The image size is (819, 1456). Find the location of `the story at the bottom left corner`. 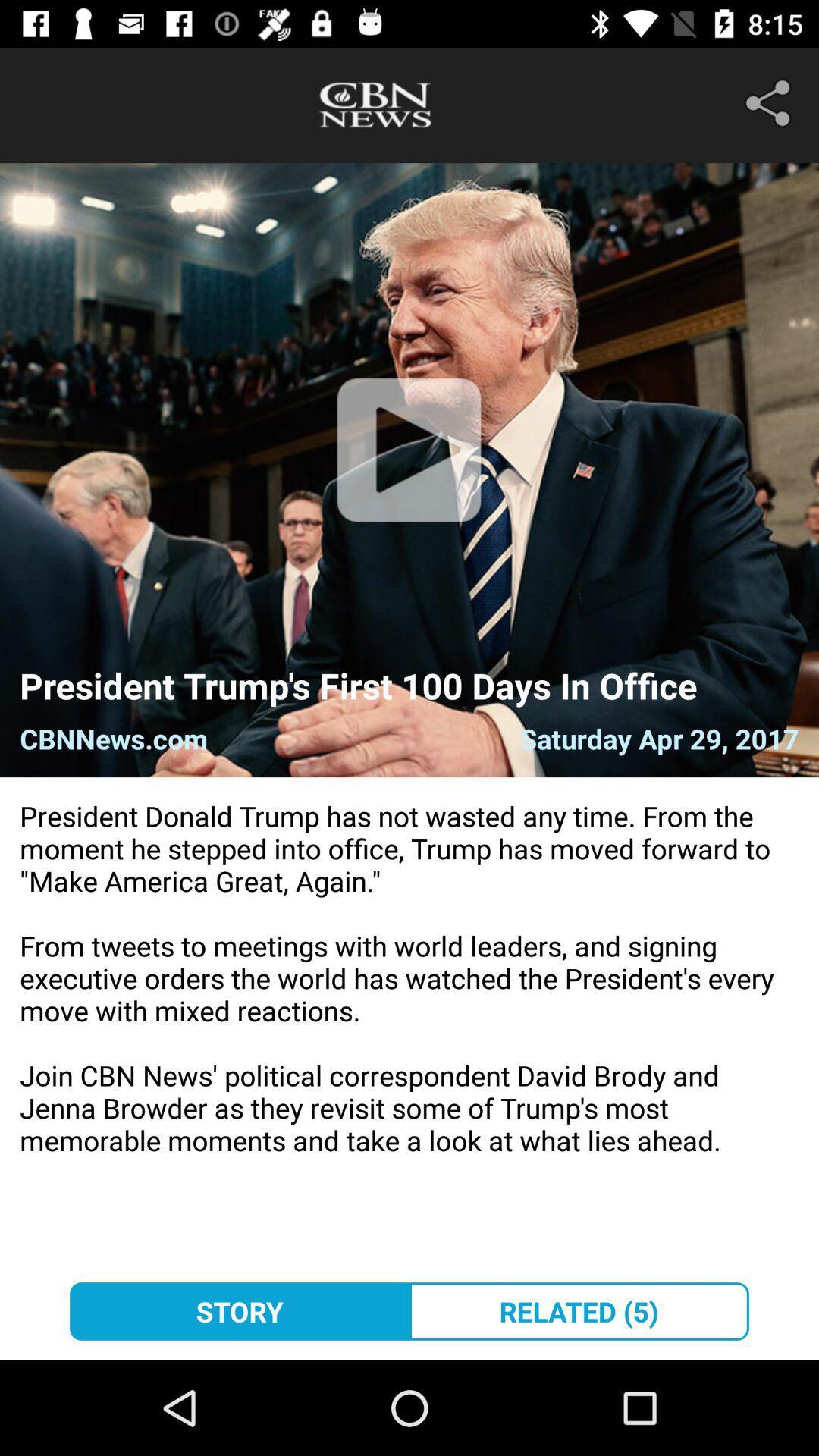

the story at the bottom left corner is located at coordinates (239, 1310).